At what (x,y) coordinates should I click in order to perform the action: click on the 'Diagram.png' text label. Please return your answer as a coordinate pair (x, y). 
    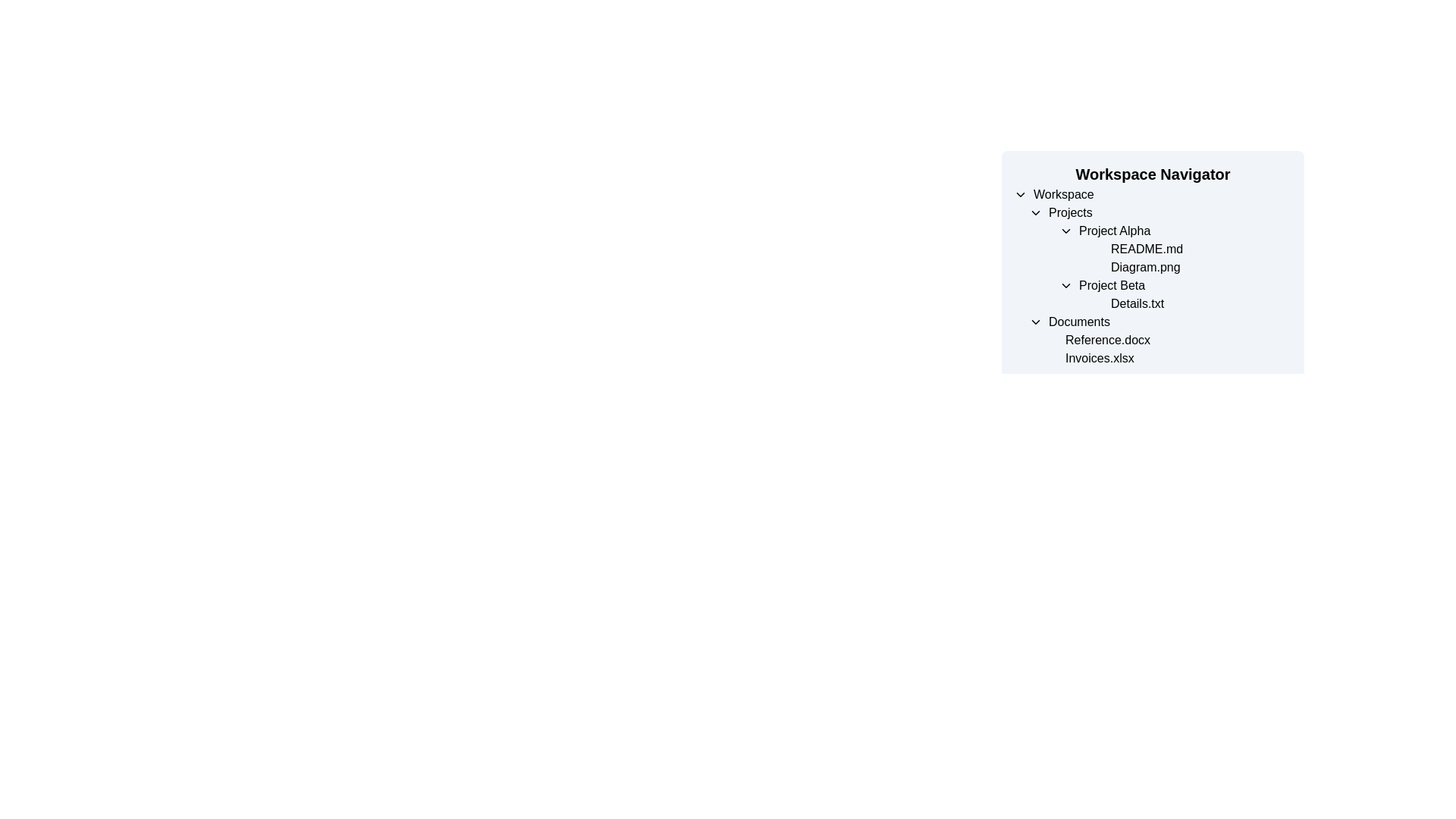
    Looking at the image, I should click on (1145, 267).